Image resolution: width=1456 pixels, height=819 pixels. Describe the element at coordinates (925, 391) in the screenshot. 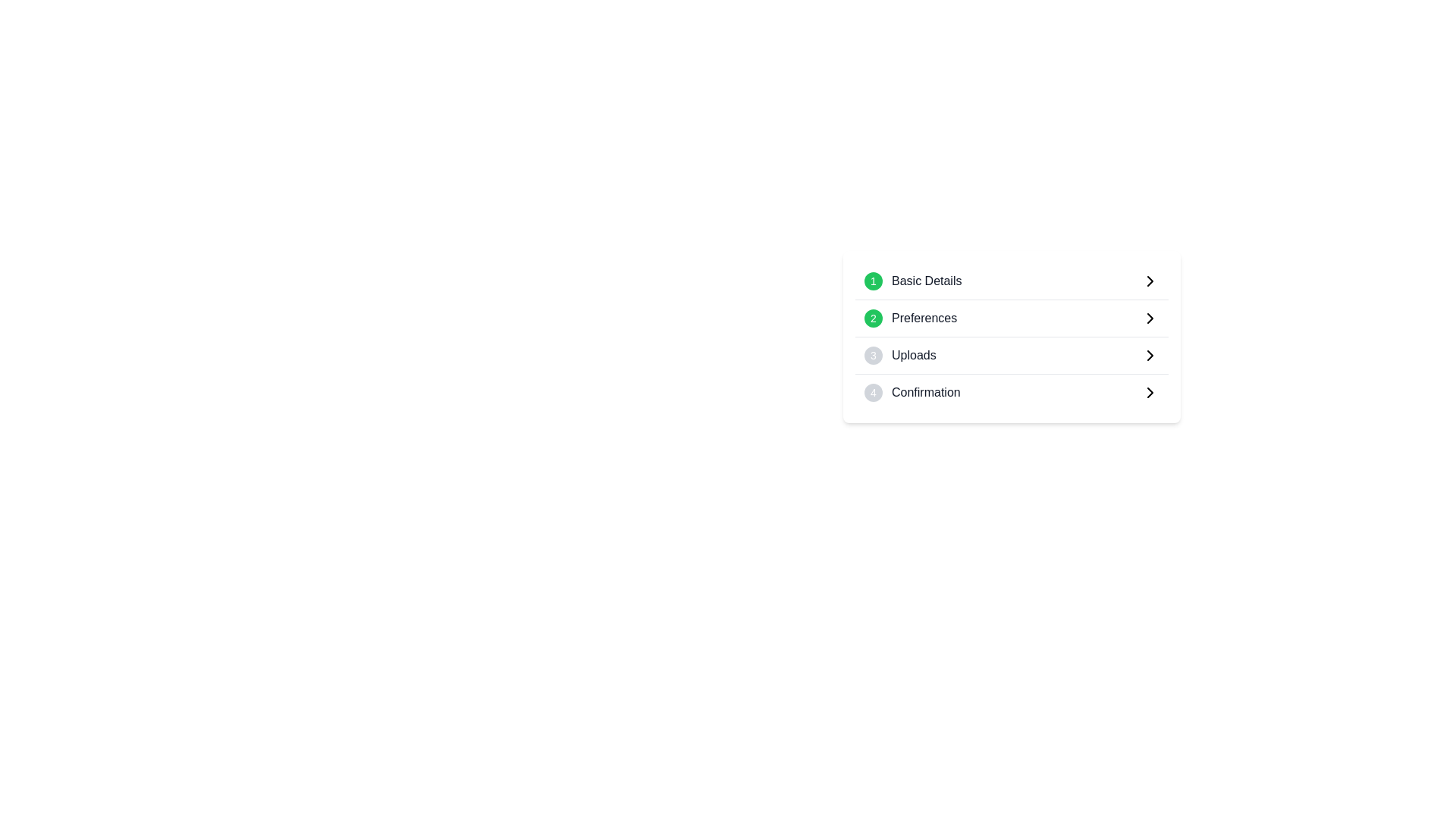

I see `the text label that indicates the fourth step in a sequential process, positioned next to a gray, rounded numerical icon labeled '4', located towards the bottom-right corner of the layout` at that location.